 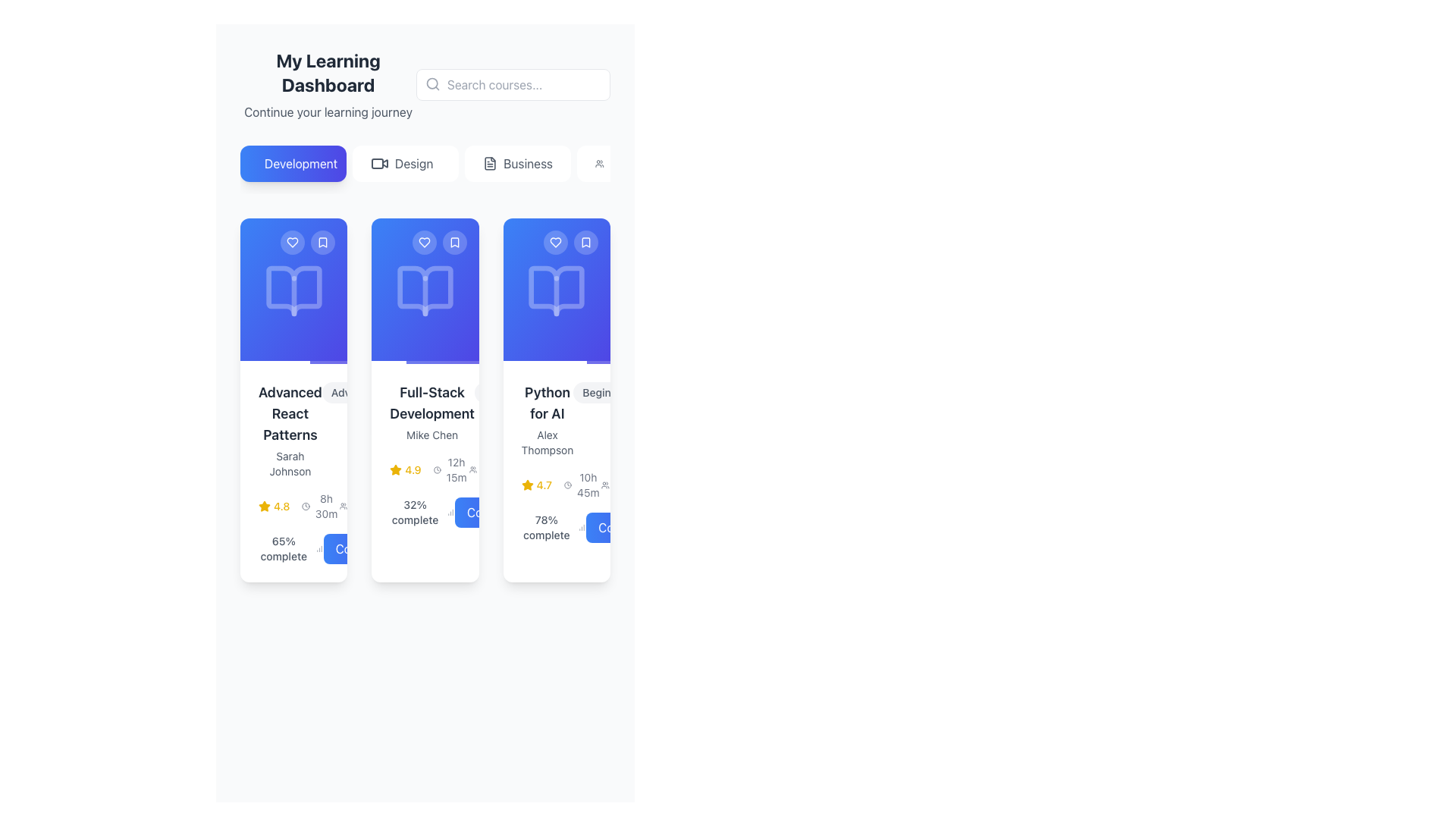 What do you see at coordinates (560, 485) in the screenshot?
I see `the informational display containing a star rating of '4.7' in yellow and a time duration of '10h 45m' in gray, located within the 'Python for AI' card under the 'Development' category` at bounding box center [560, 485].